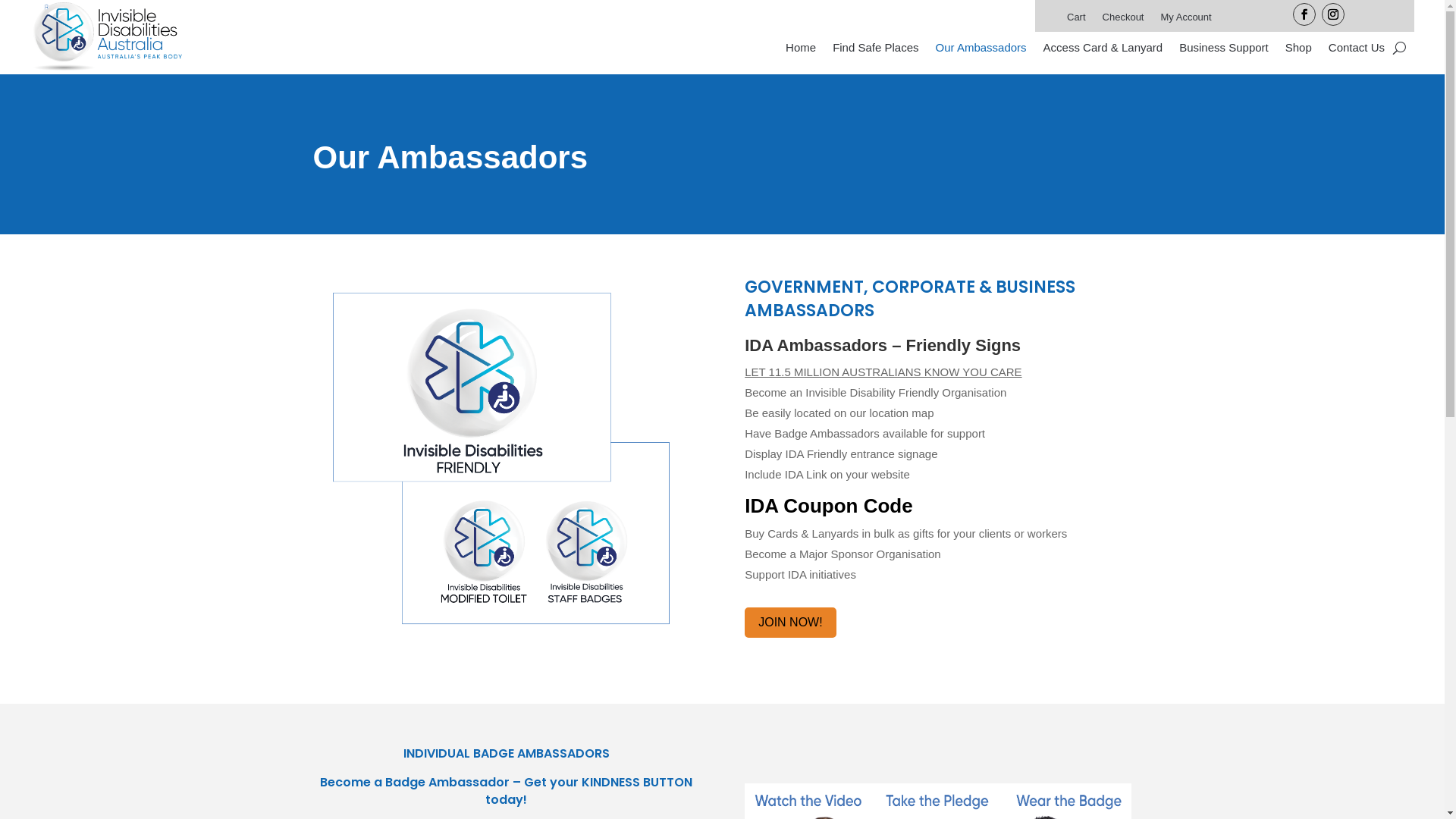 The image size is (1456, 819). I want to click on 'Our Ambassadors', so click(981, 49).